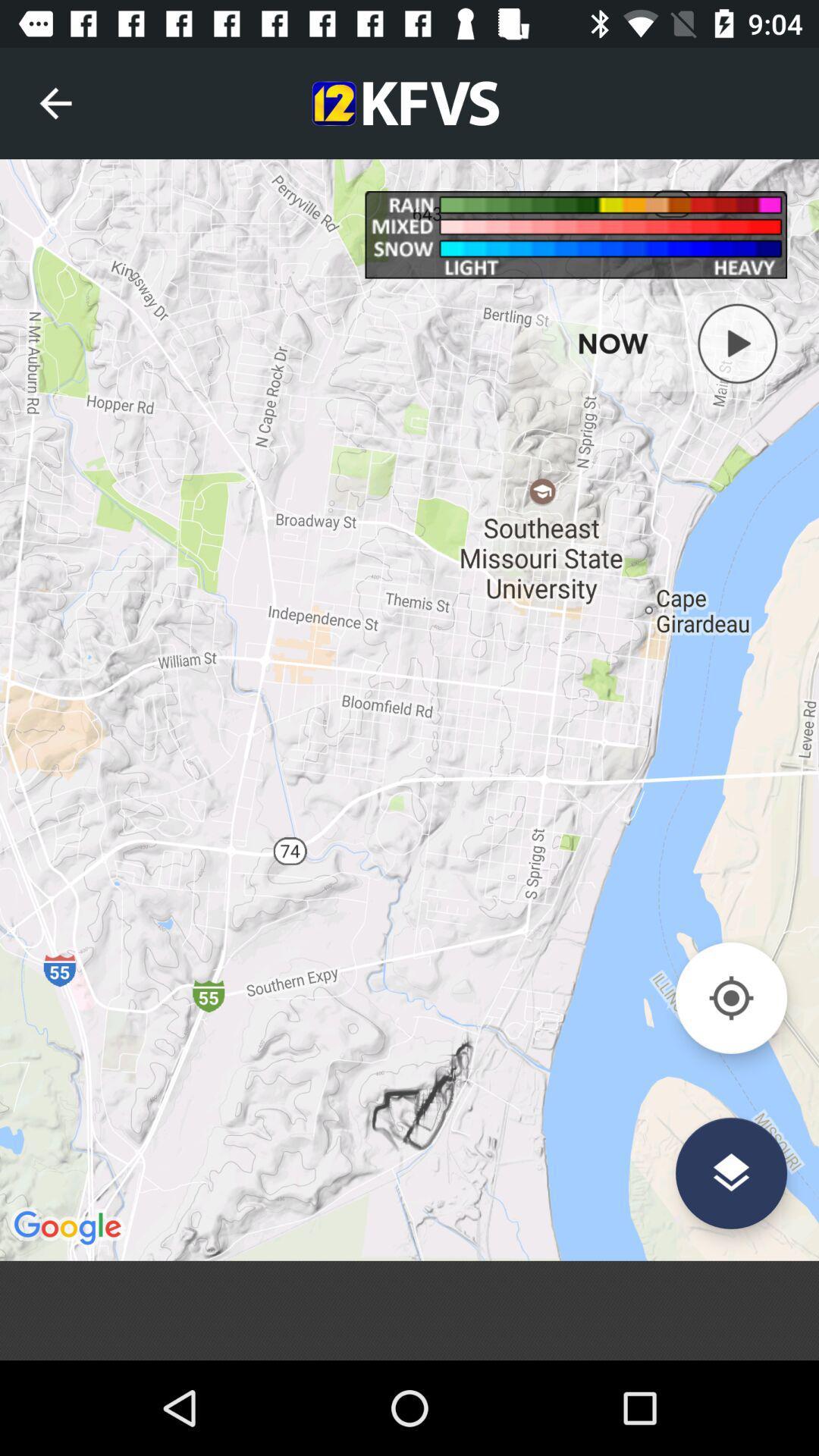  What do you see at coordinates (730, 1172) in the screenshot?
I see `map layers` at bounding box center [730, 1172].